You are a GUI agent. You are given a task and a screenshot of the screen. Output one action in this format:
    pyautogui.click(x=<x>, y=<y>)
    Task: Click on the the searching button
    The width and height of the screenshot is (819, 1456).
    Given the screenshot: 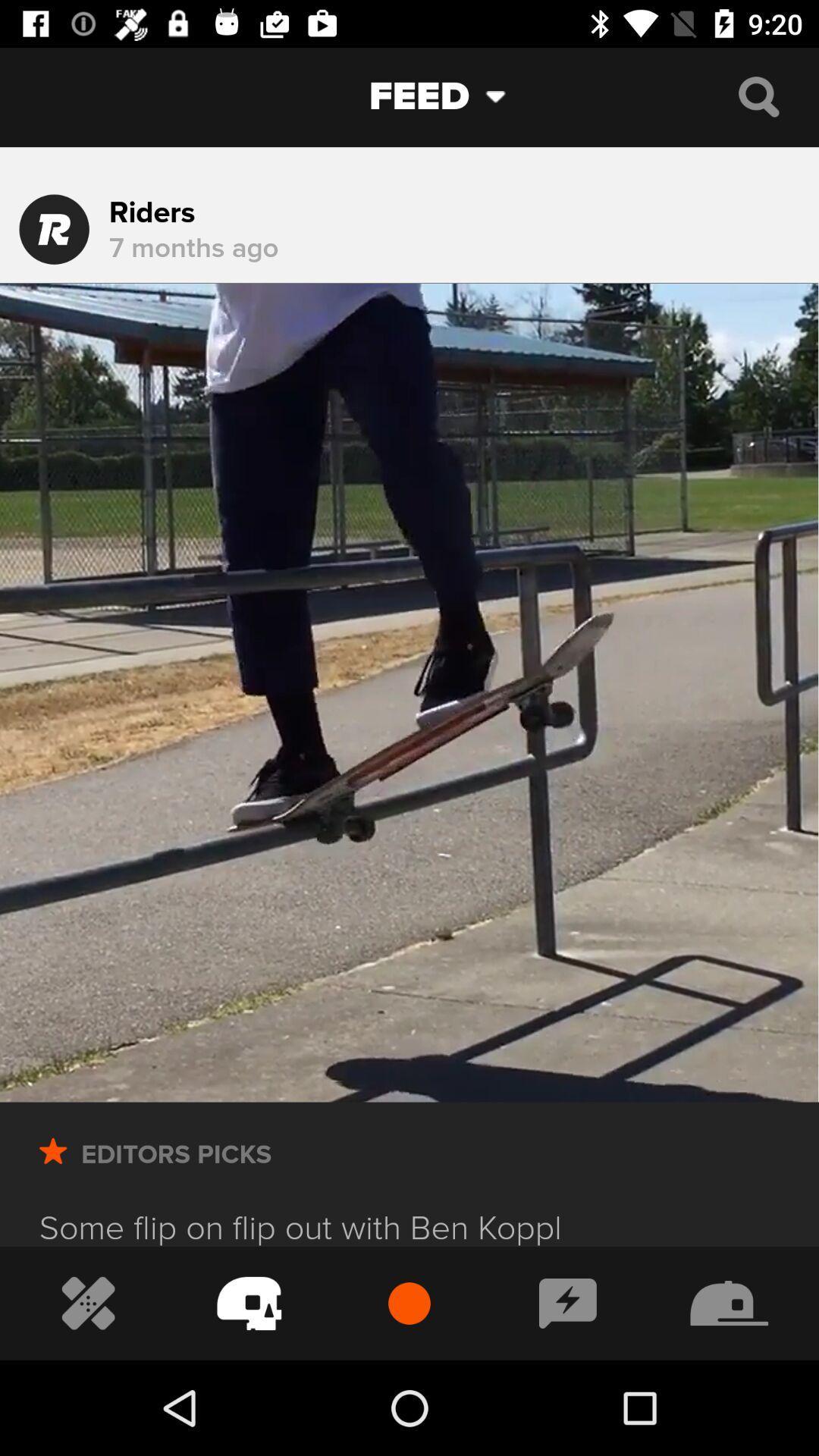 What is the action you would take?
    pyautogui.click(x=758, y=96)
    